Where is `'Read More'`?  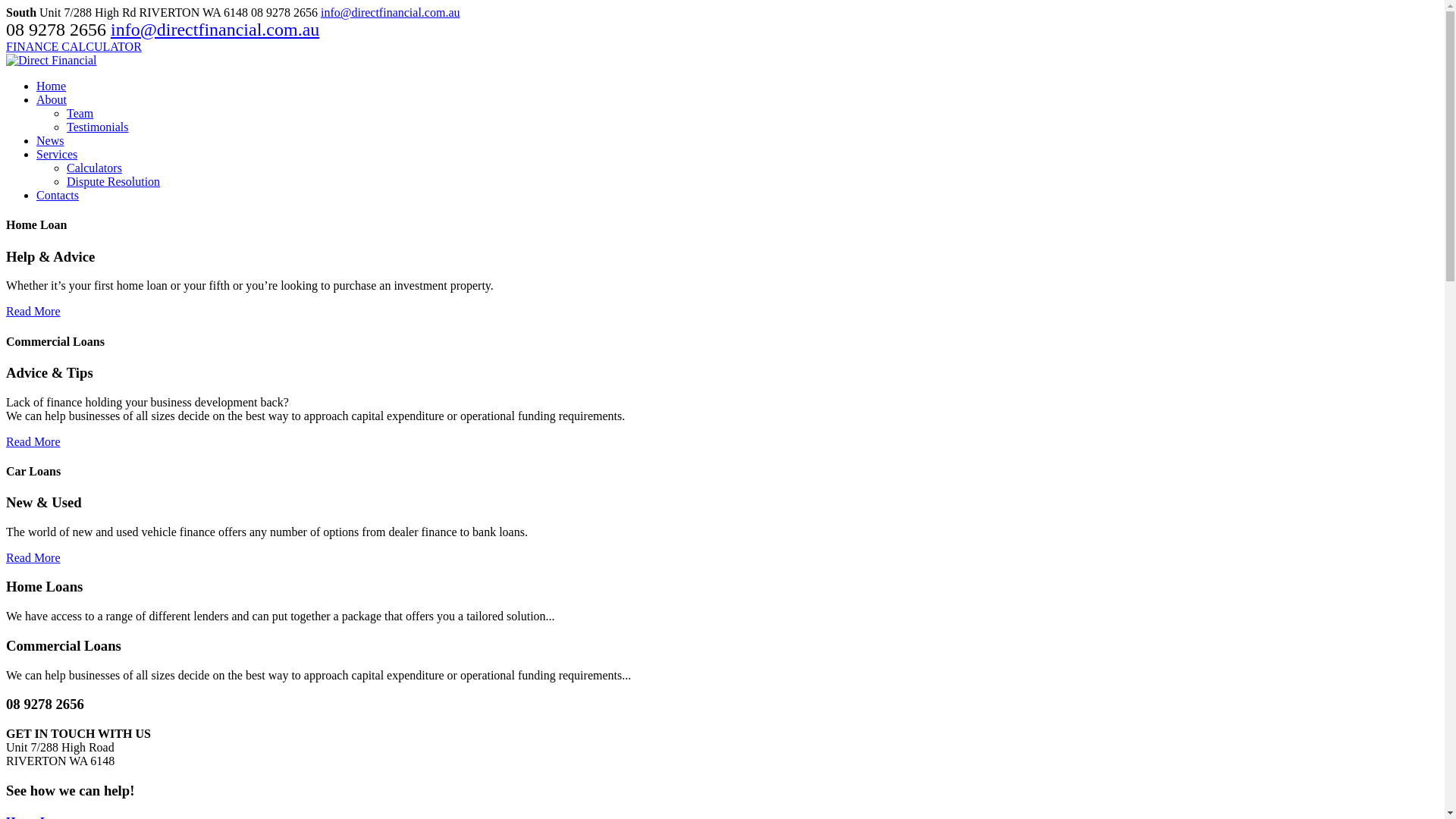
'Read More' is located at coordinates (6, 310).